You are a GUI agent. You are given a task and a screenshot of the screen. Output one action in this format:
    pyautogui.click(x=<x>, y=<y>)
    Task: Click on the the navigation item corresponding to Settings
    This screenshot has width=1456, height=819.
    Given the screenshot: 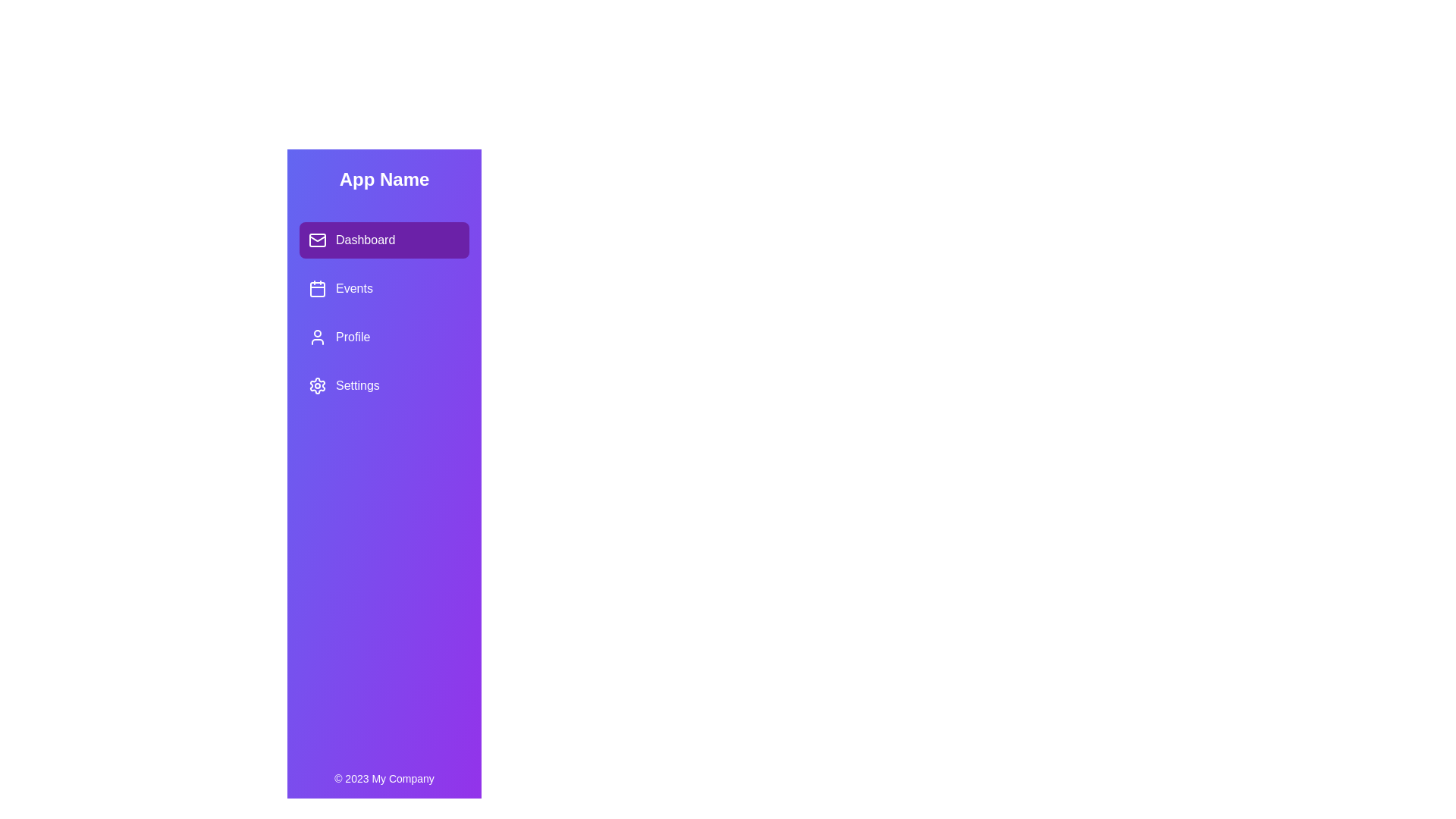 What is the action you would take?
    pyautogui.click(x=384, y=385)
    